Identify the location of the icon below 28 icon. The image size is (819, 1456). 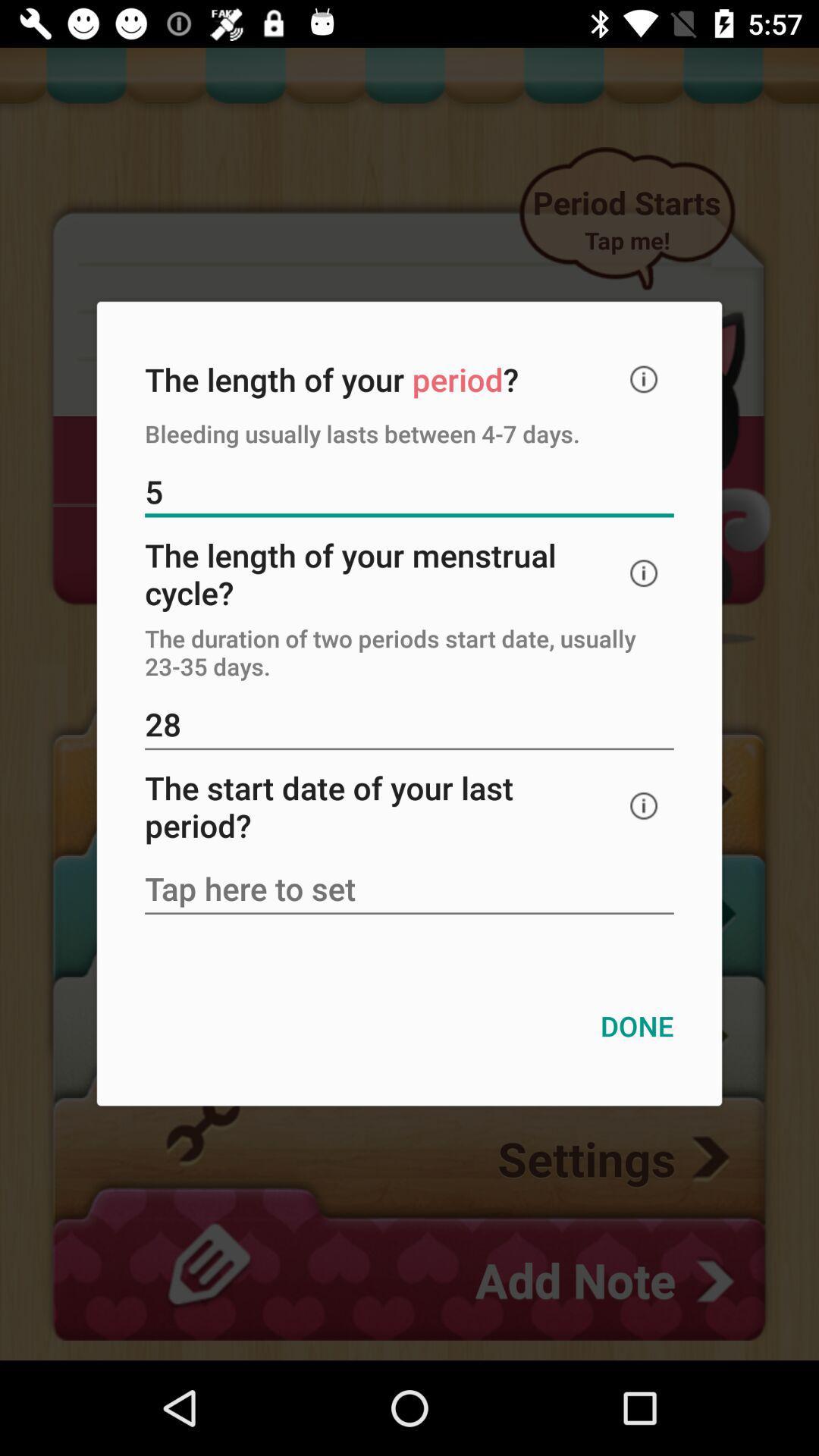
(644, 805).